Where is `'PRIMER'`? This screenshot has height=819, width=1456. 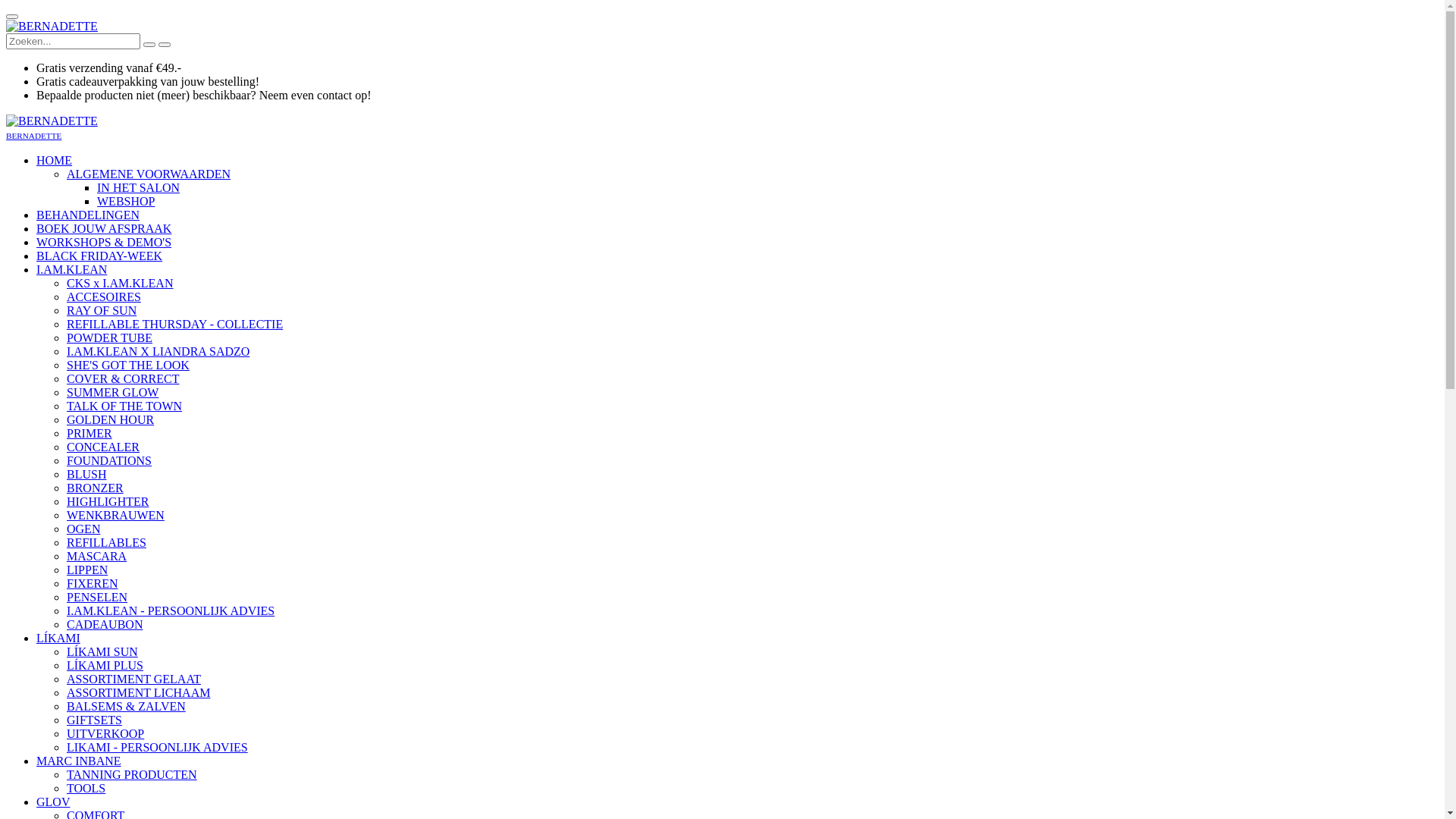
'PRIMER' is located at coordinates (89, 433).